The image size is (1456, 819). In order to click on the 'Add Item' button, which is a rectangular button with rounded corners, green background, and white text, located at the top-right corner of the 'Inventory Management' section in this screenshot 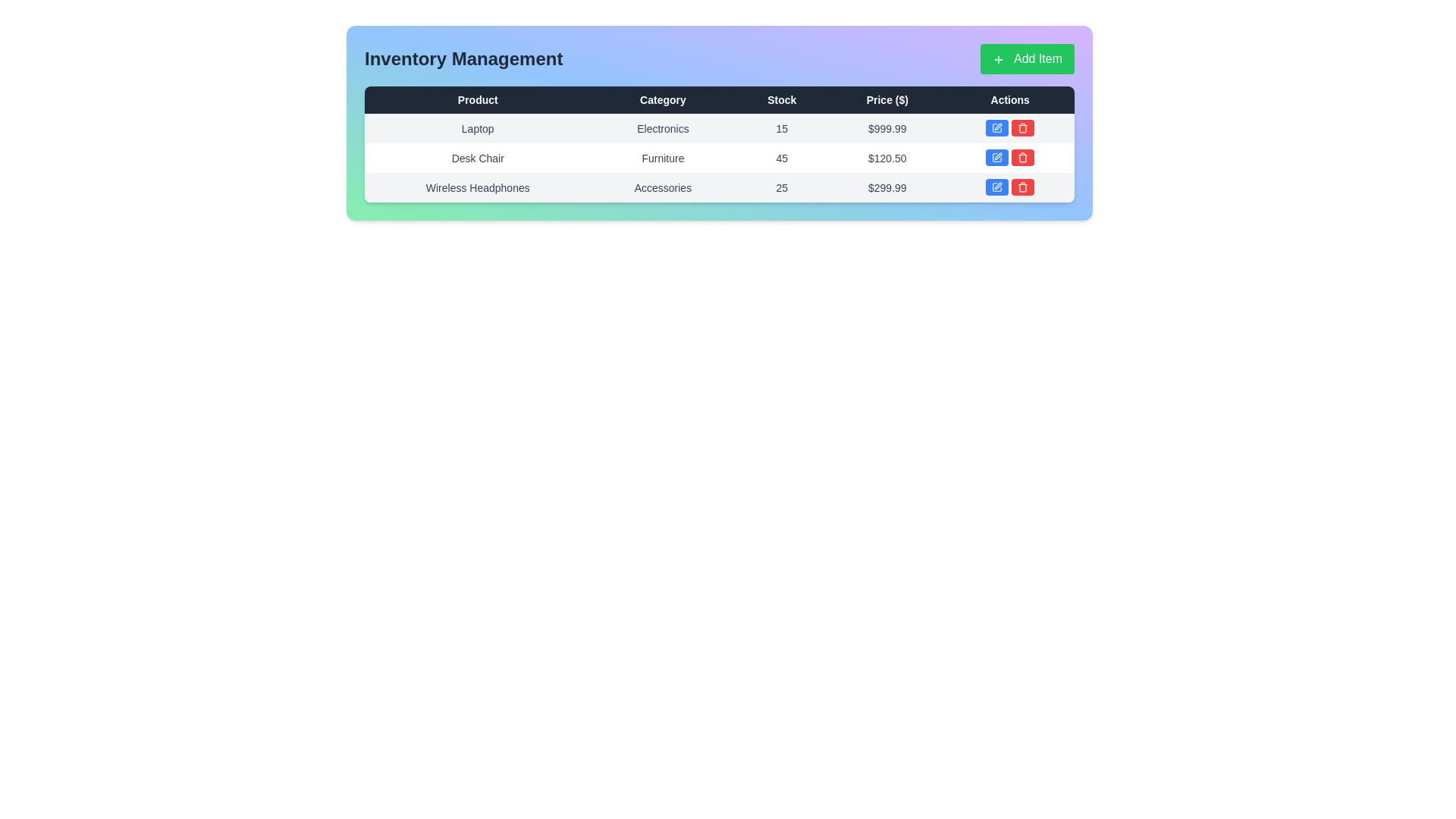, I will do `click(1028, 58)`.